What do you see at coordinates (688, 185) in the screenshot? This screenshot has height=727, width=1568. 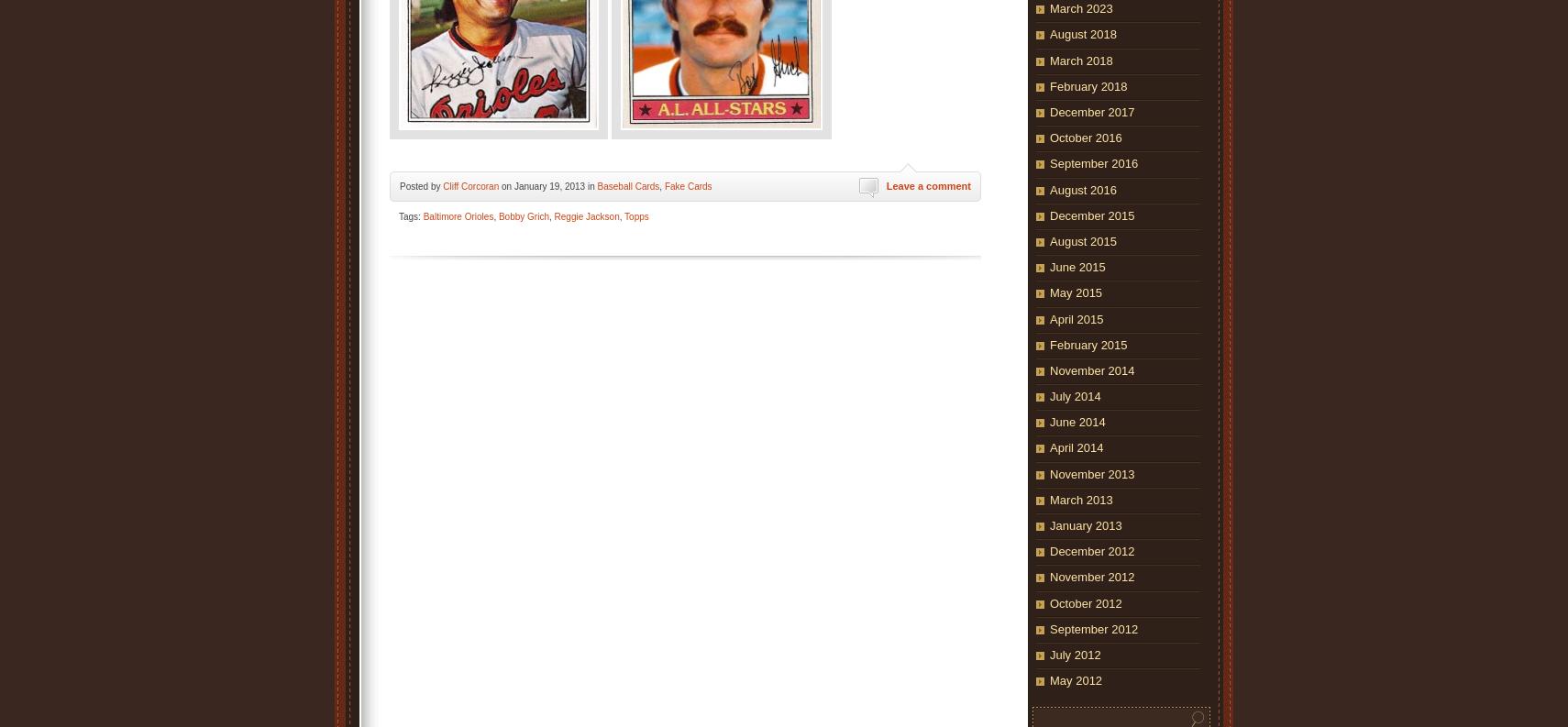 I see `'Fake Cards'` at bounding box center [688, 185].